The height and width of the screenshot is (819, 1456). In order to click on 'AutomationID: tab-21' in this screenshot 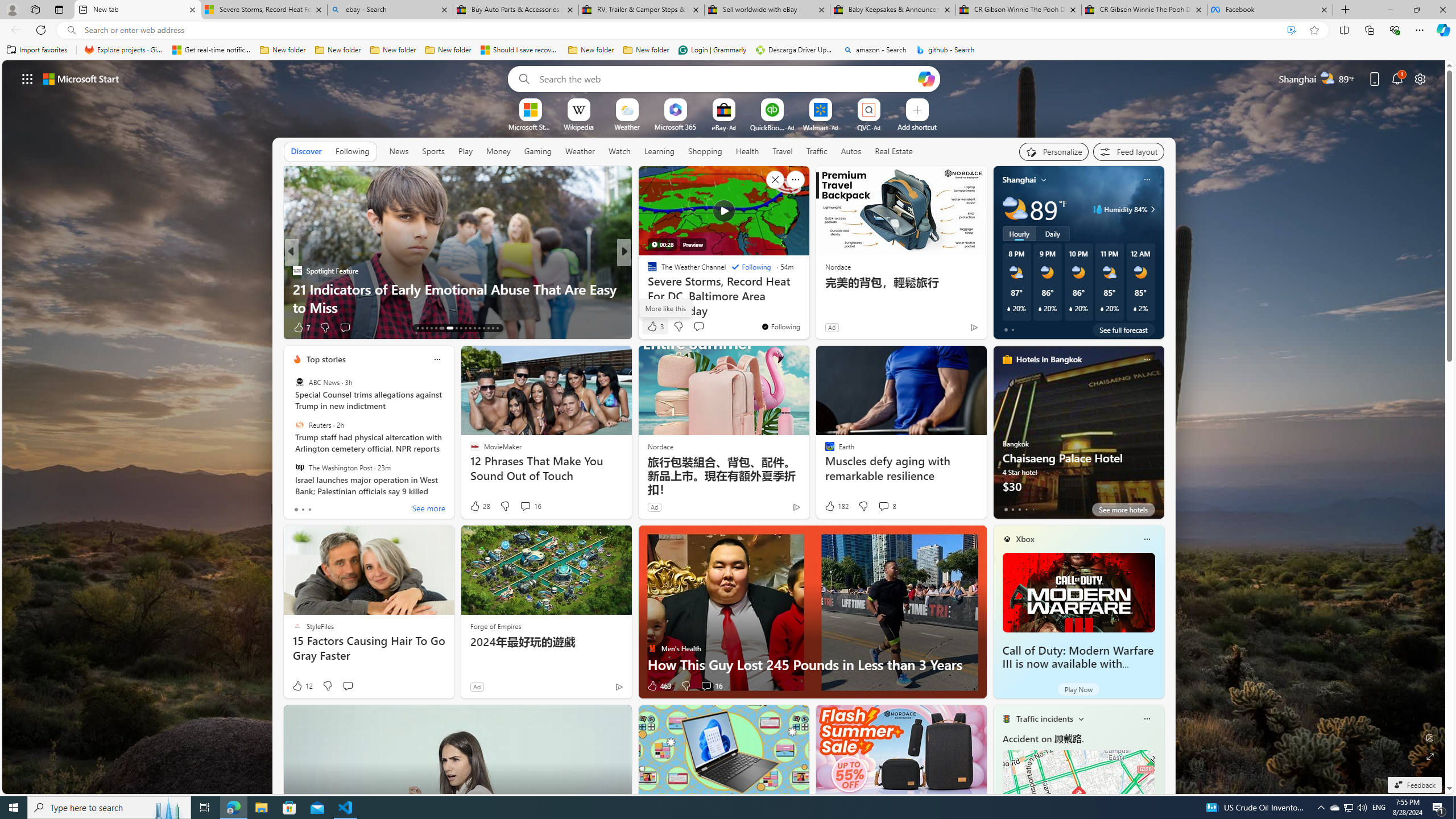, I will do `click(461, 328)`.